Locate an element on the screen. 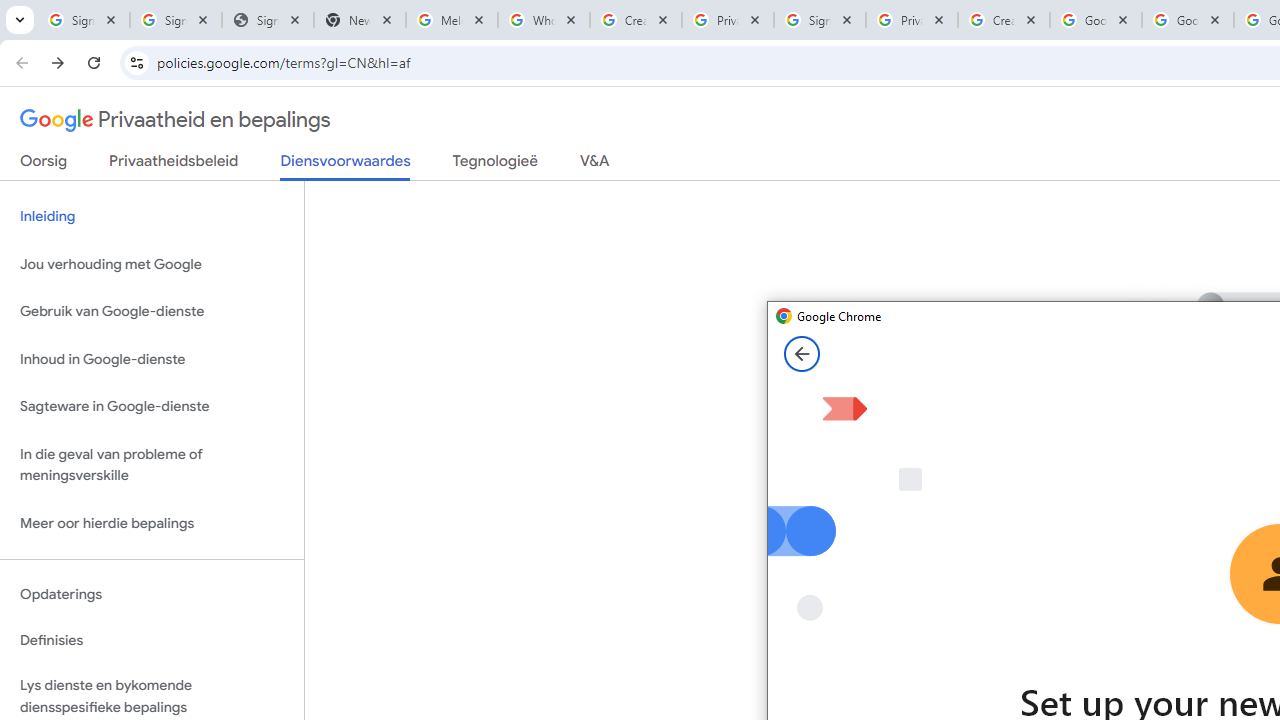 The image size is (1280, 720). 'Create your Google Account' is located at coordinates (1003, 20).